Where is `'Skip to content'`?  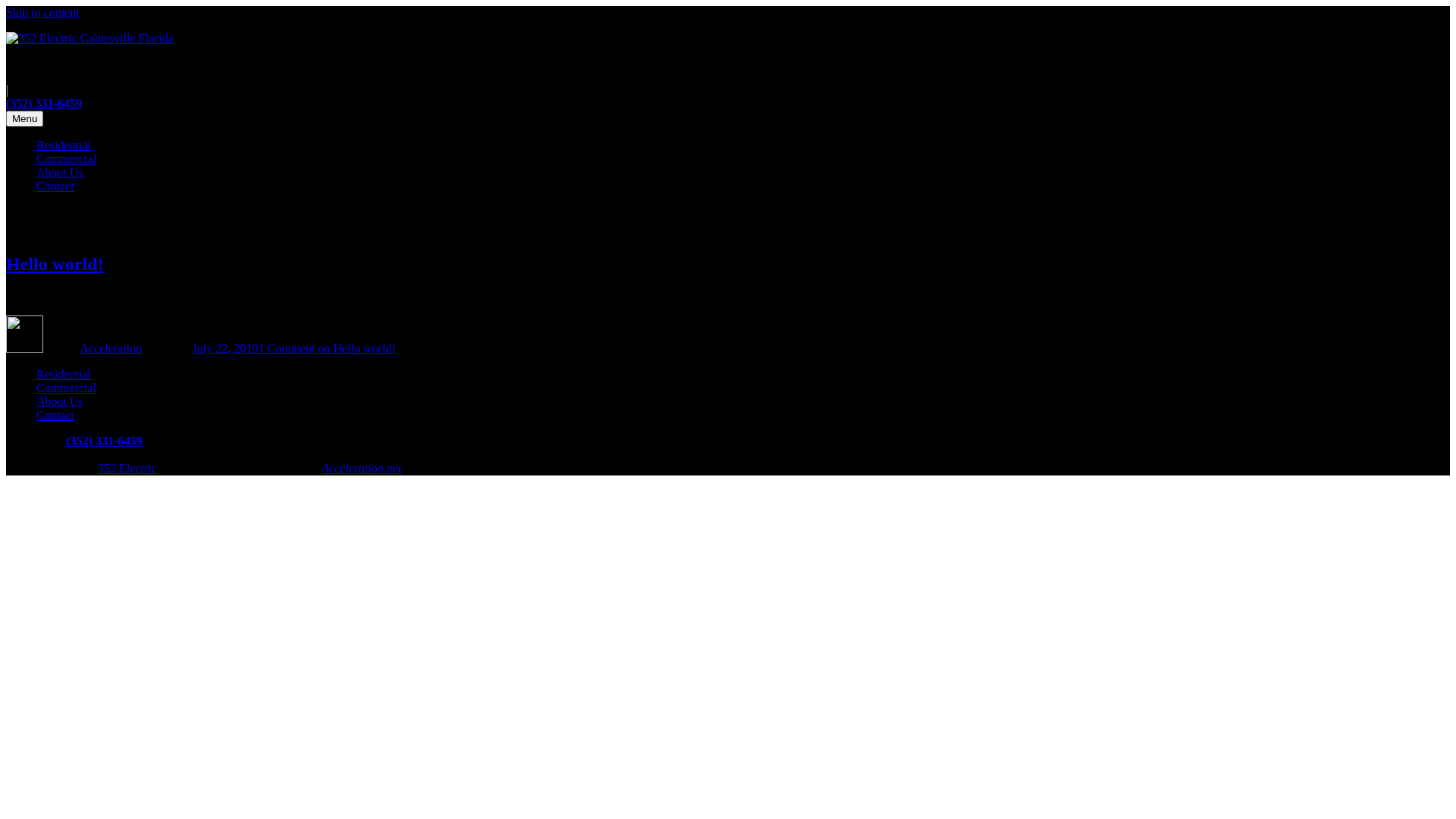 'Skip to content' is located at coordinates (42, 12).